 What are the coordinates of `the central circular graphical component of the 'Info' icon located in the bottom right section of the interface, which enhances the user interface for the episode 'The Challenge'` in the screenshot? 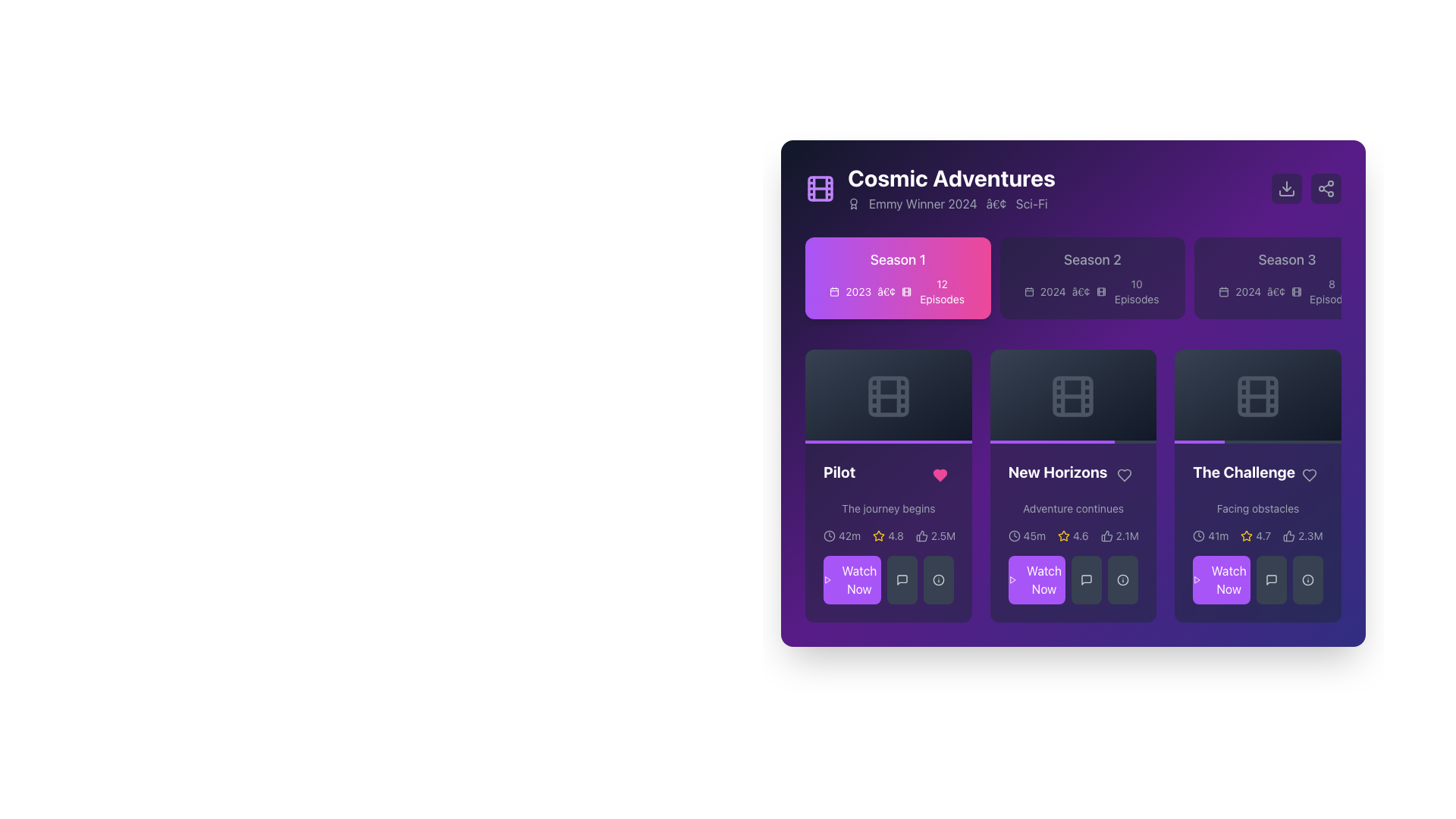 It's located at (1307, 579).